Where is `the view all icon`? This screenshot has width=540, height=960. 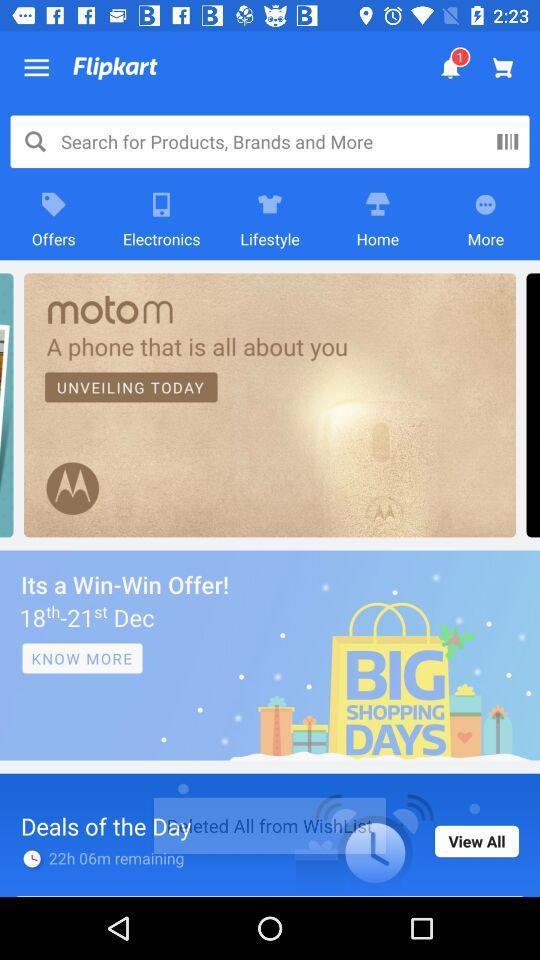 the view all icon is located at coordinates (475, 840).